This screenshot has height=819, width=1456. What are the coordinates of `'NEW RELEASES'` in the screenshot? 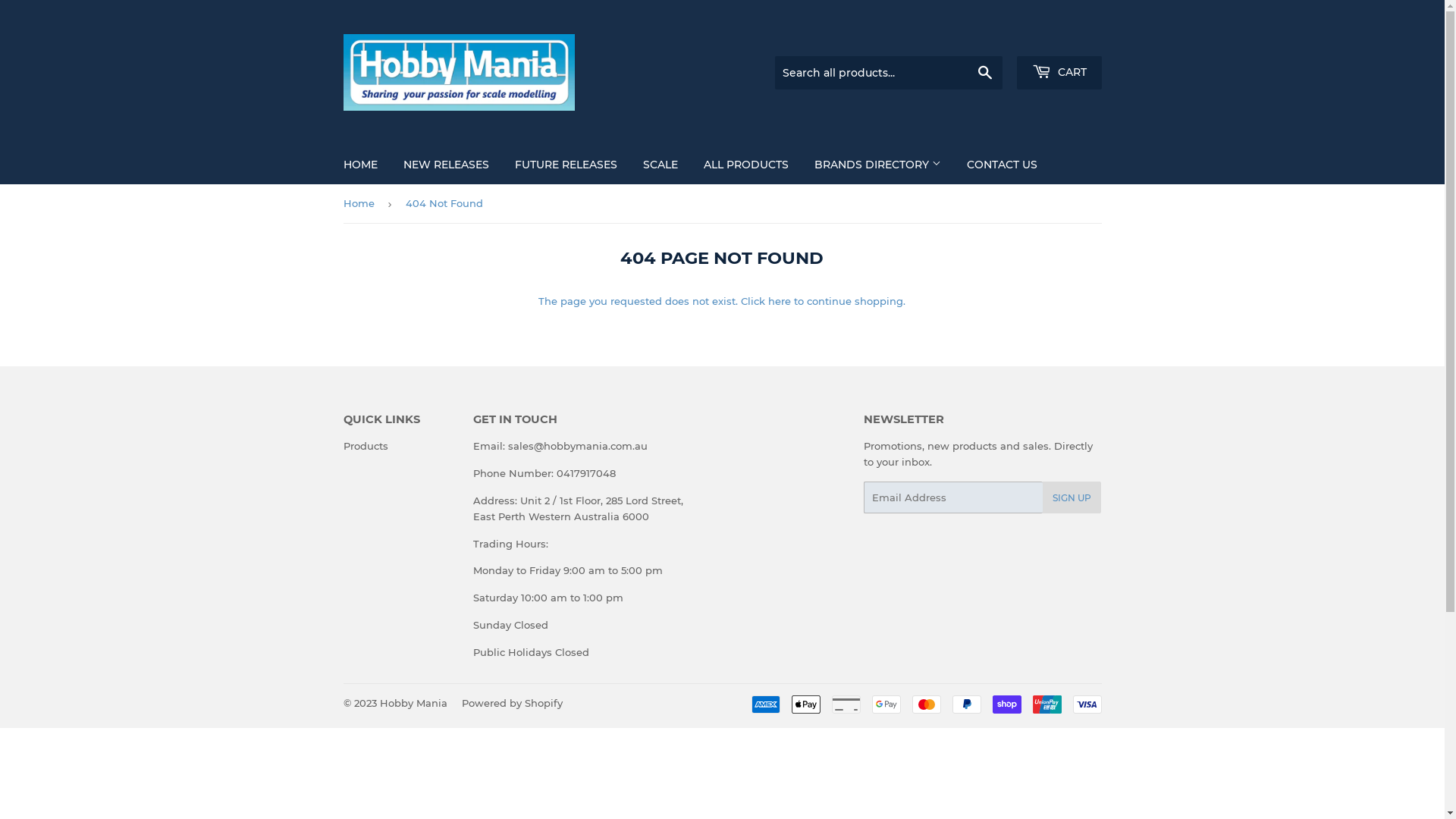 It's located at (444, 164).